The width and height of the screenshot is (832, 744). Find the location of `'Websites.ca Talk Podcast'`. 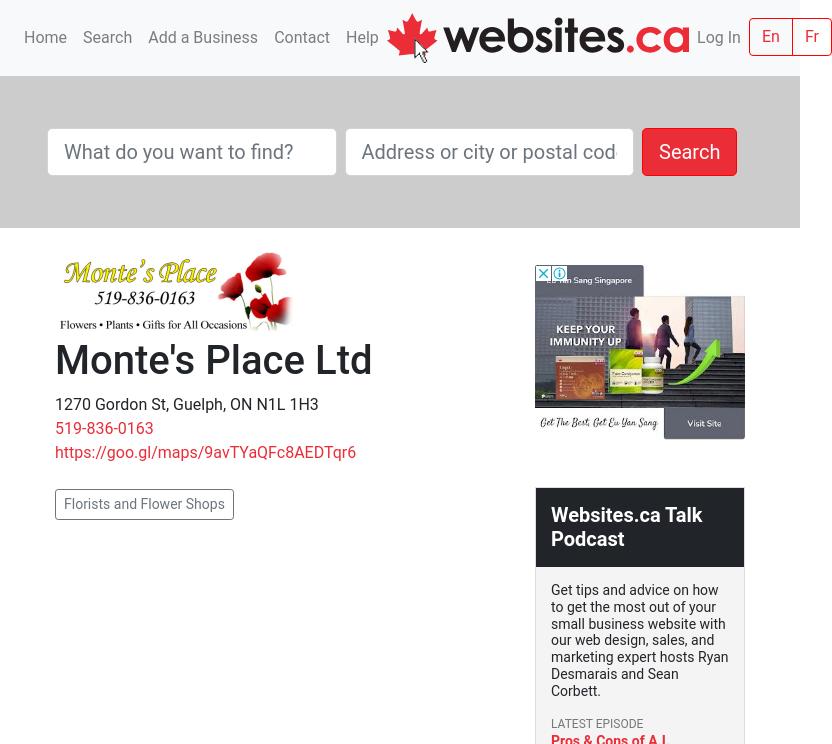

'Websites.ca Talk Podcast' is located at coordinates (551, 526).